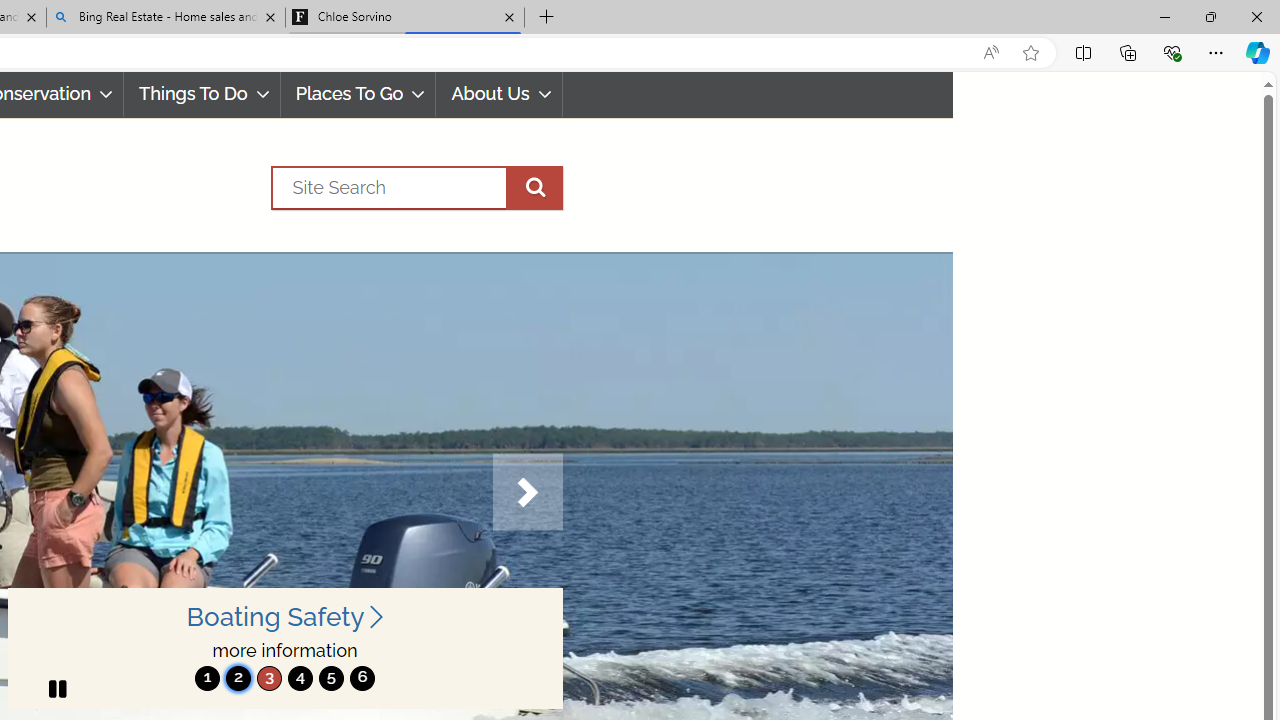 Image resolution: width=1280 pixels, height=720 pixels. What do you see at coordinates (1082, 51) in the screenshot?
I see `'Split screen'` at bounding box center [1082, 51].